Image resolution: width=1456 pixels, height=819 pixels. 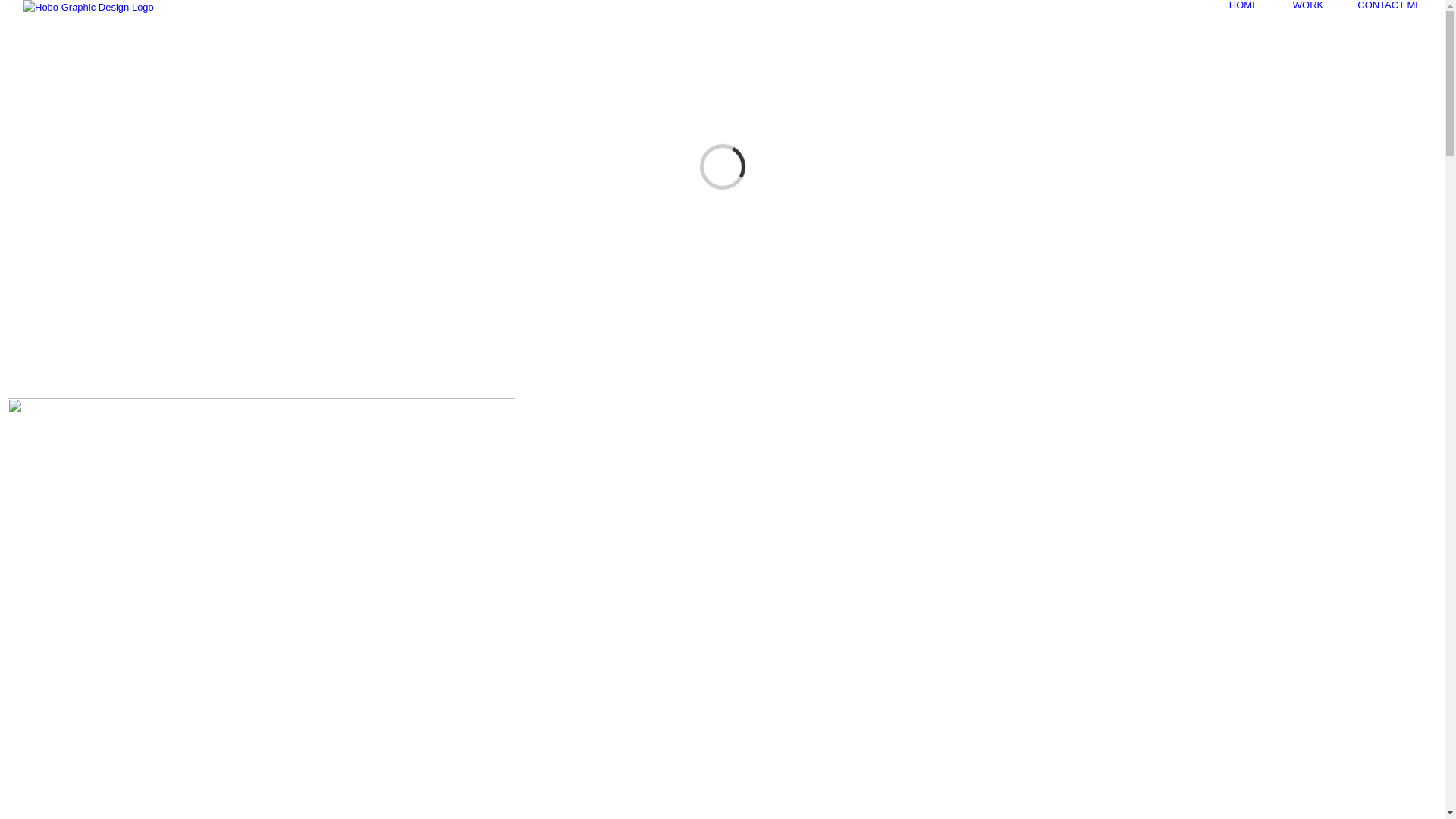 I want to click on 'CONTACT ME', so click(x=1389, y=5).